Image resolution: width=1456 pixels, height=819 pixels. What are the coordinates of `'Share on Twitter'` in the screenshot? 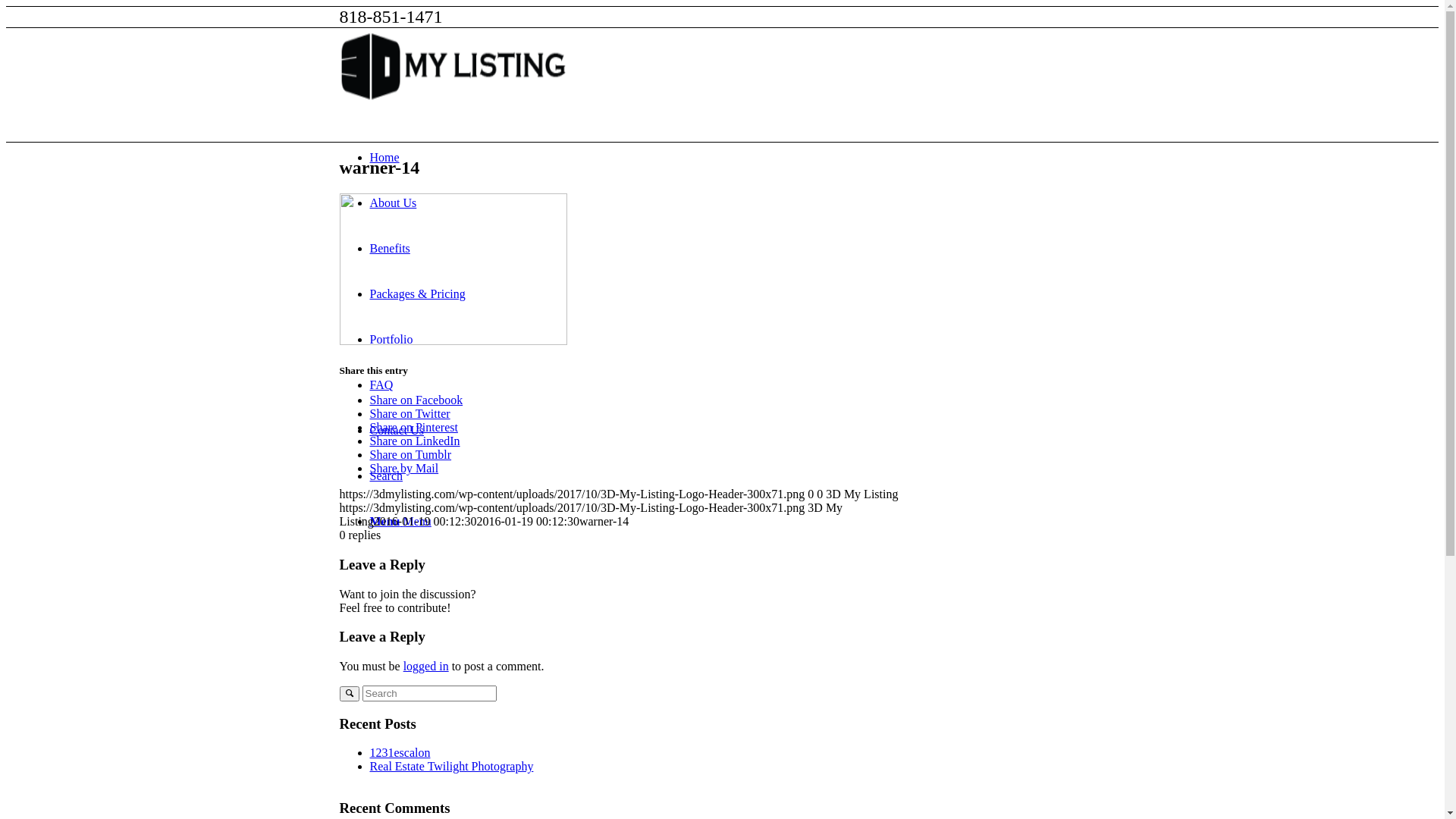 It's located at (410, 413).